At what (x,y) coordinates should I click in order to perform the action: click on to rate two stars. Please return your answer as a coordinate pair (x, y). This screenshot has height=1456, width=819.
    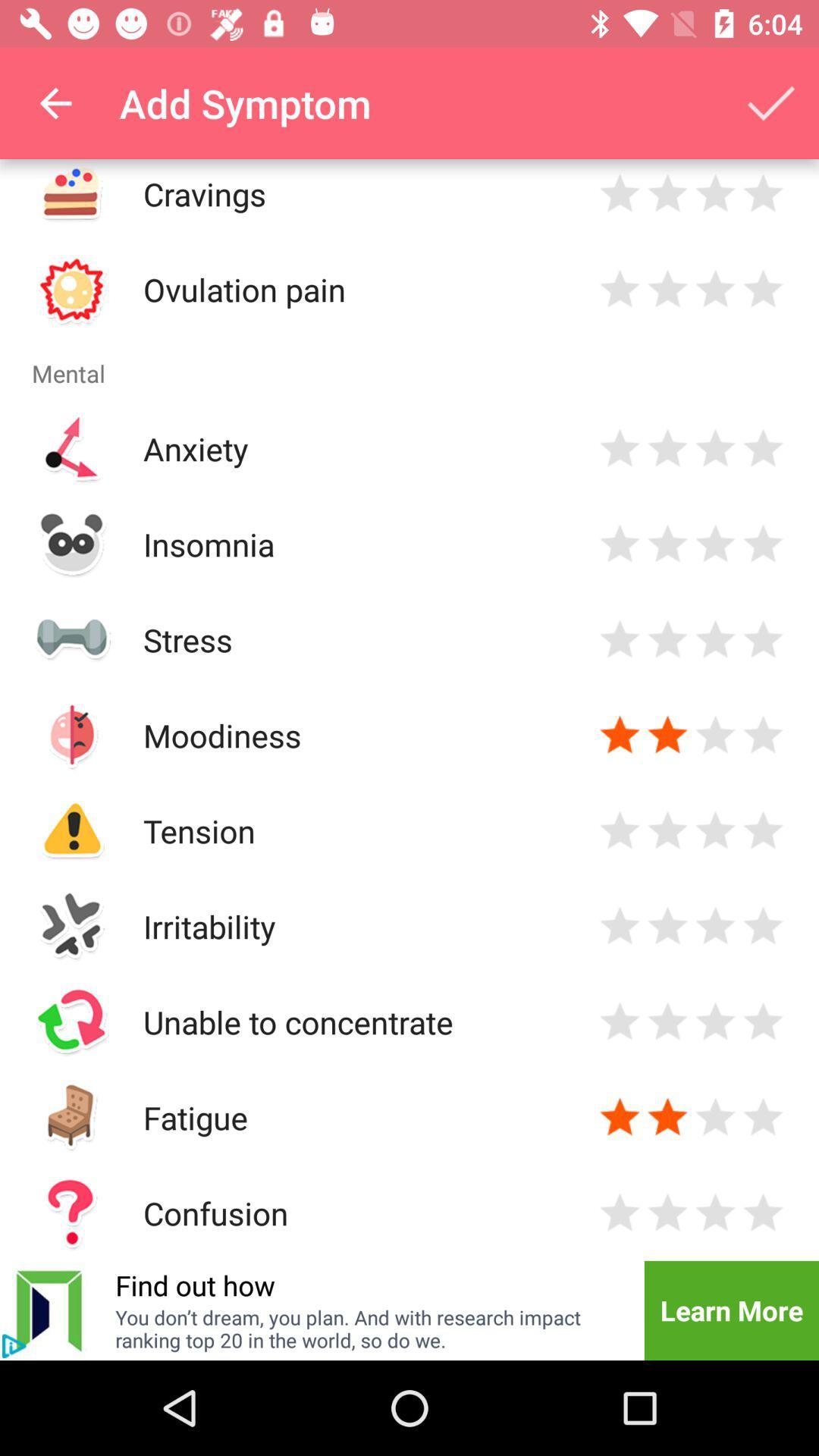
    Looking at the image, I should click on (667, 925).